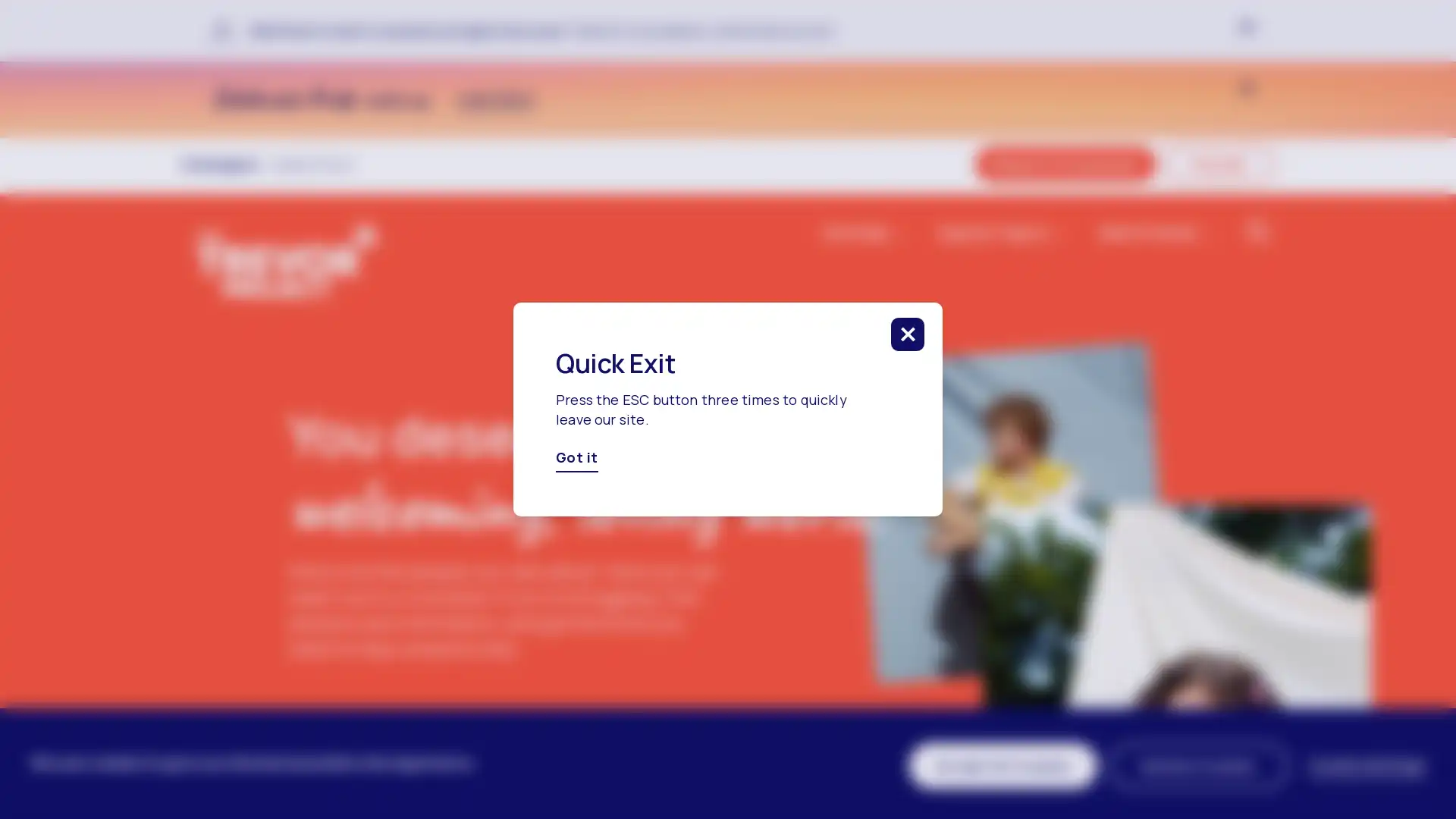  What do you see at coordinates (1246, 27) in the screenshot?
I see `click to close banner` at bounding box center [1246, 27].